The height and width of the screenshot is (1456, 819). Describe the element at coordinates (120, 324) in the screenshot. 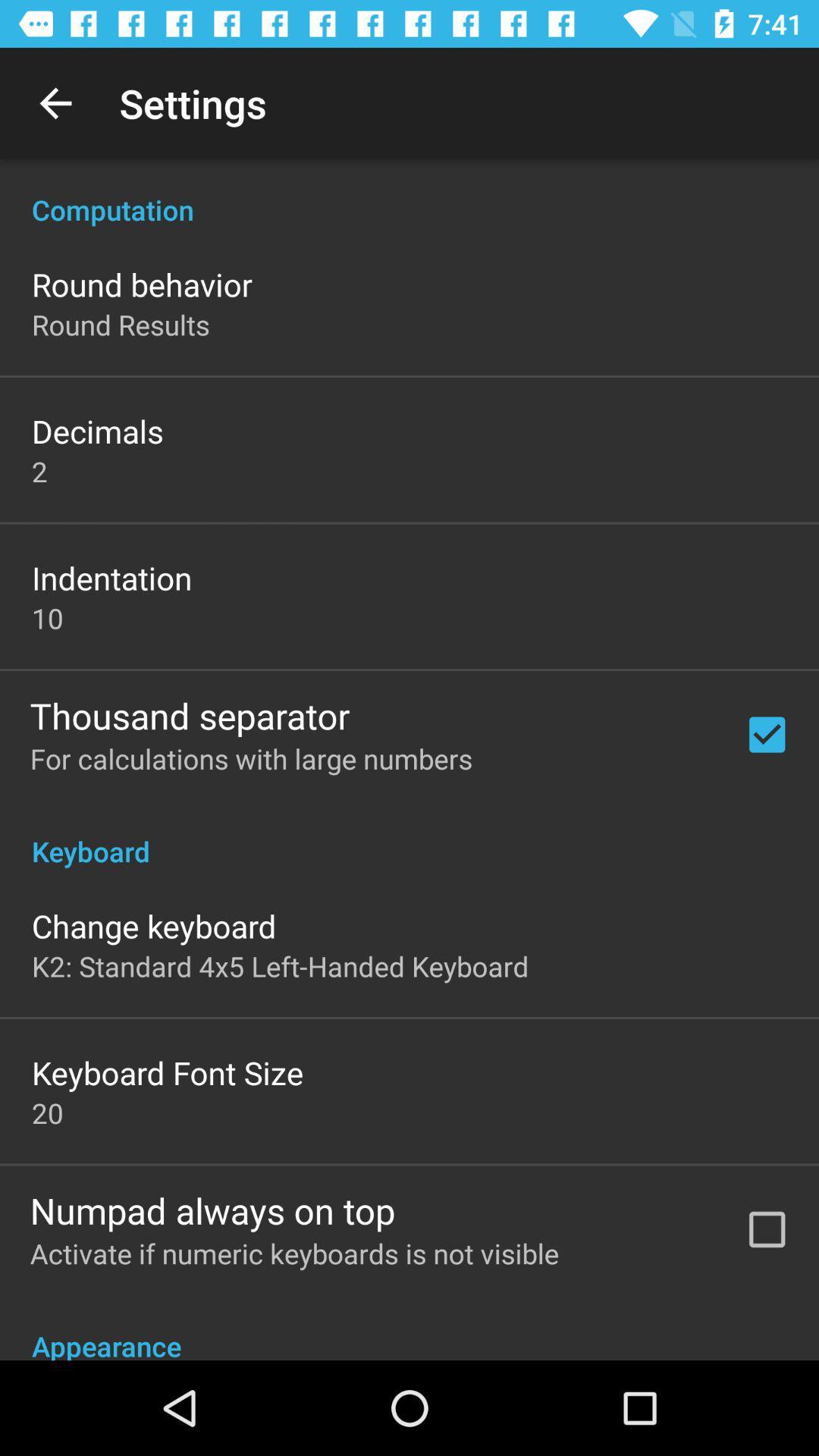

I see `app above decimals` at that location.